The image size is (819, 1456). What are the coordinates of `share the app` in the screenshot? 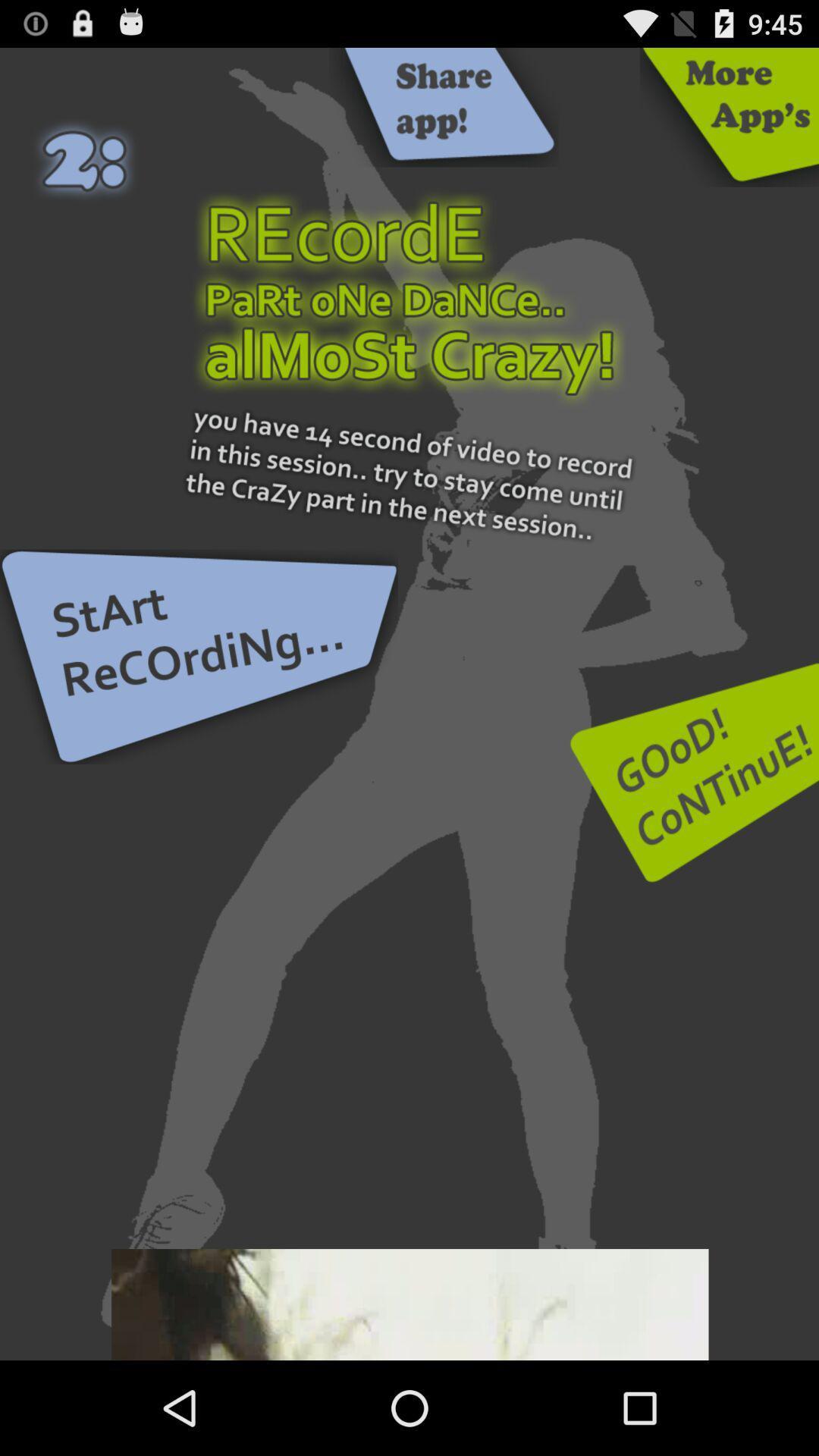 It's located at (444, 106).